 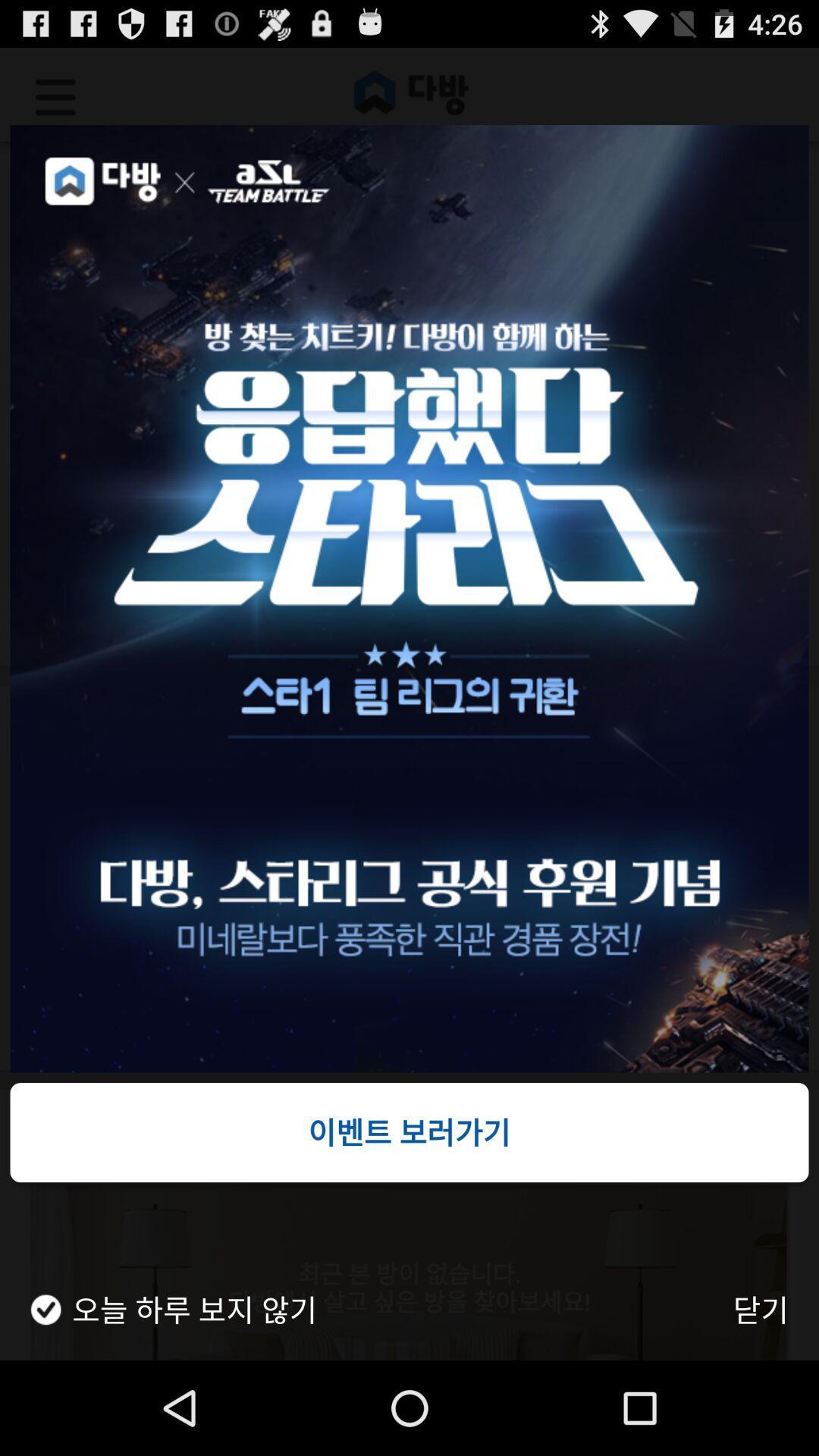 What do you see at coordinates (409, 598) in the screenshot?
I see `item at the center` at bounding box center [409, 598].